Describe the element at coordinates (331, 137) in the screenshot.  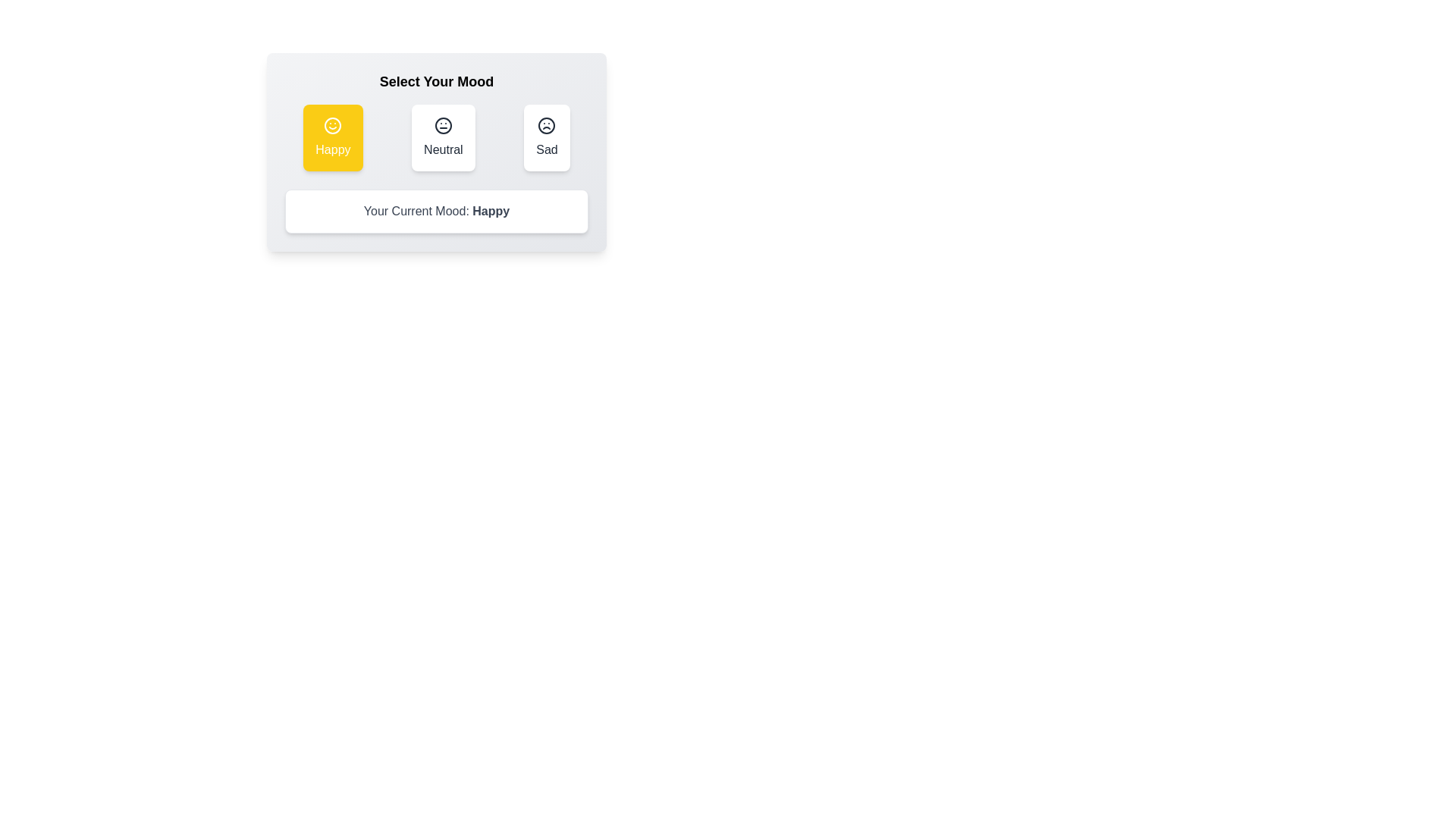
I see `the mood button labeled Happy to see its interactive visual effects` at that location.